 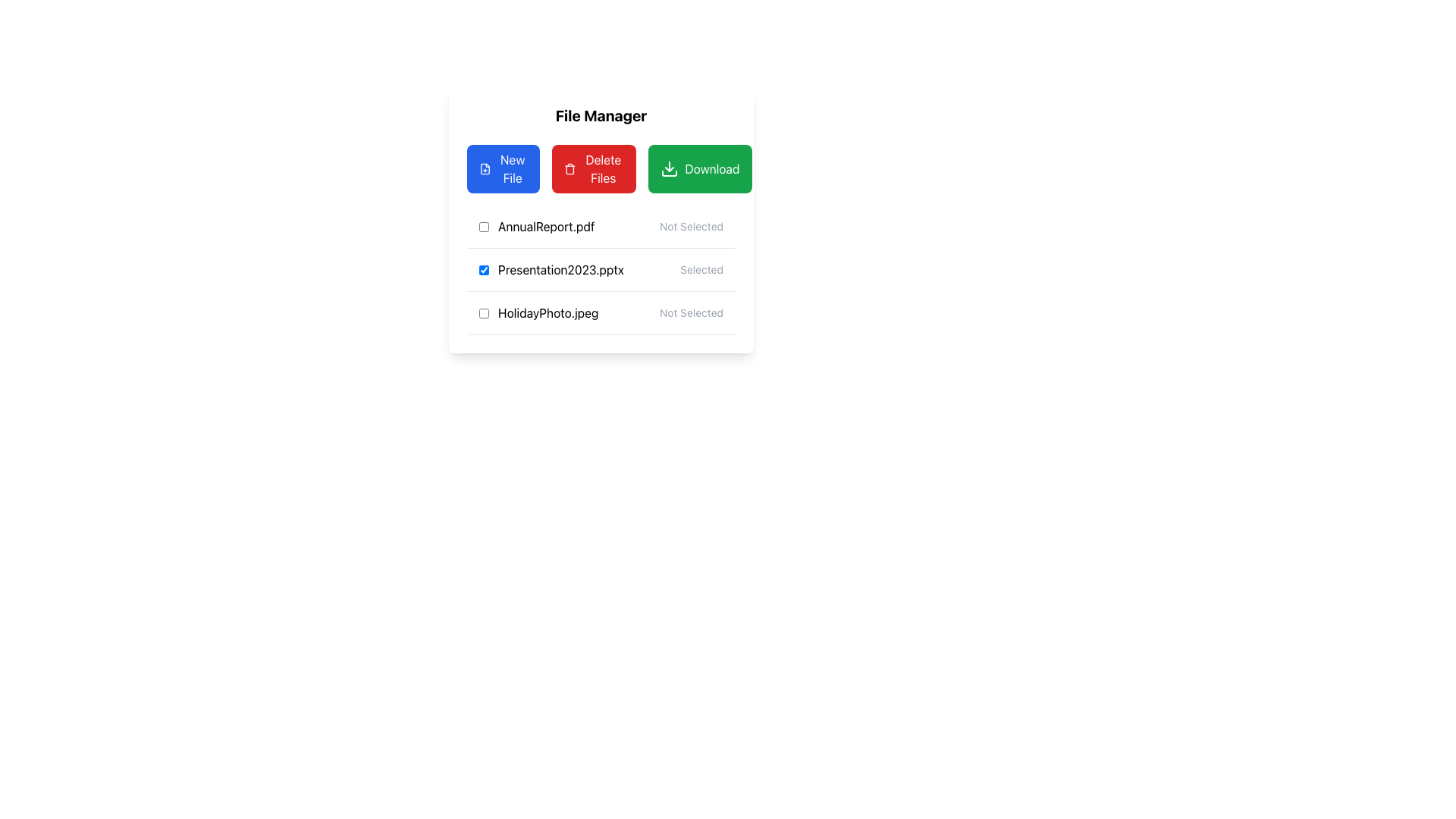 What do you see at coordinates (600, 268) in the screenshot?
I see `the checkbox of the second row file entry 'Presentation2023.pptx' in the File Manager` at bounding box center [600, 268].